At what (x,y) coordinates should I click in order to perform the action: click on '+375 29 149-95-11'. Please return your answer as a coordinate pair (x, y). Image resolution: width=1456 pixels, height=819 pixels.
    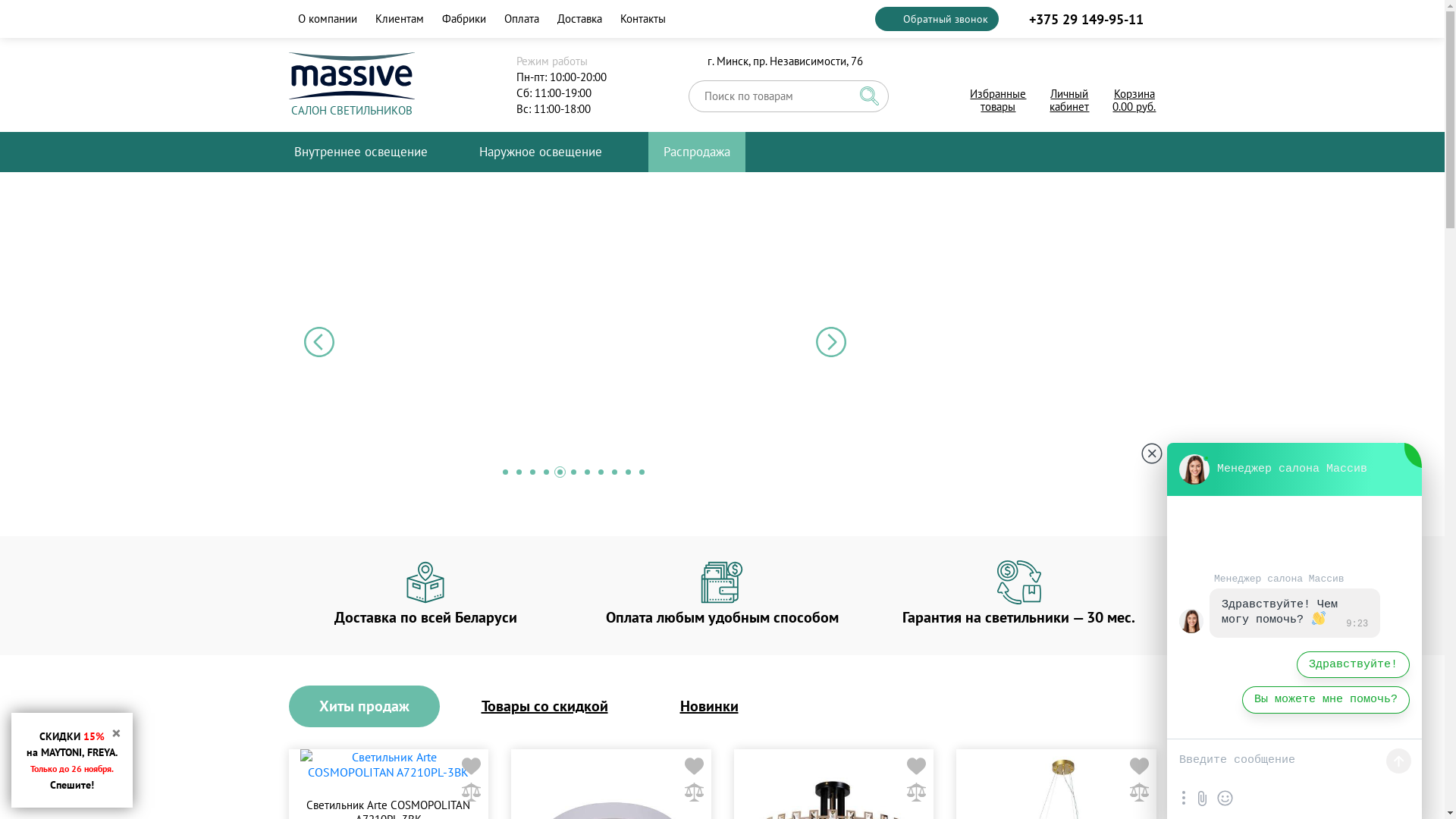
    Looking at the image, I should click on (1084, 18).